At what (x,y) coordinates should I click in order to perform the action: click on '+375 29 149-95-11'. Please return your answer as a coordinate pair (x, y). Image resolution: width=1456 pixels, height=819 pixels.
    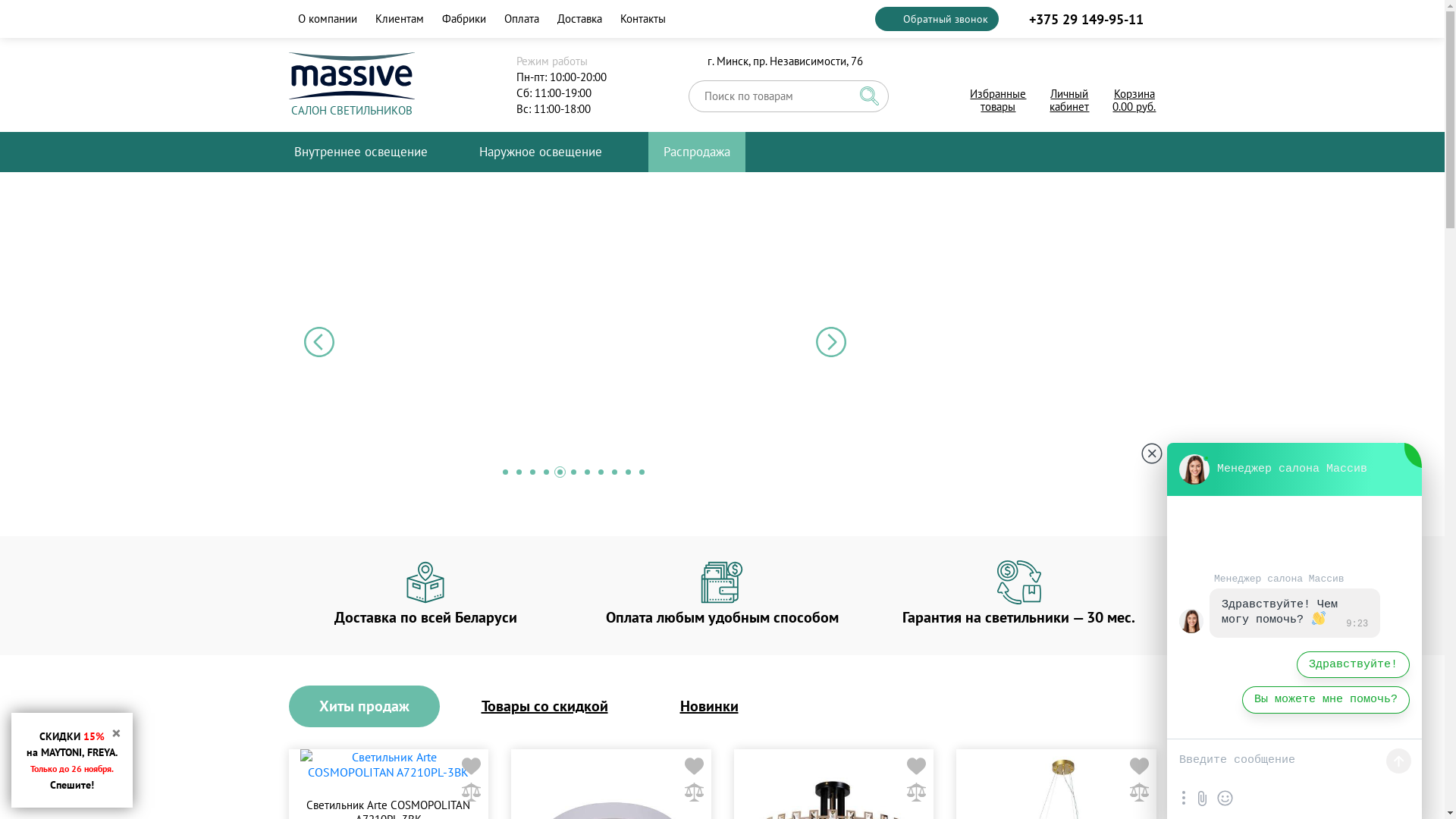
    Looking at the image, I should click on (1084, 18).